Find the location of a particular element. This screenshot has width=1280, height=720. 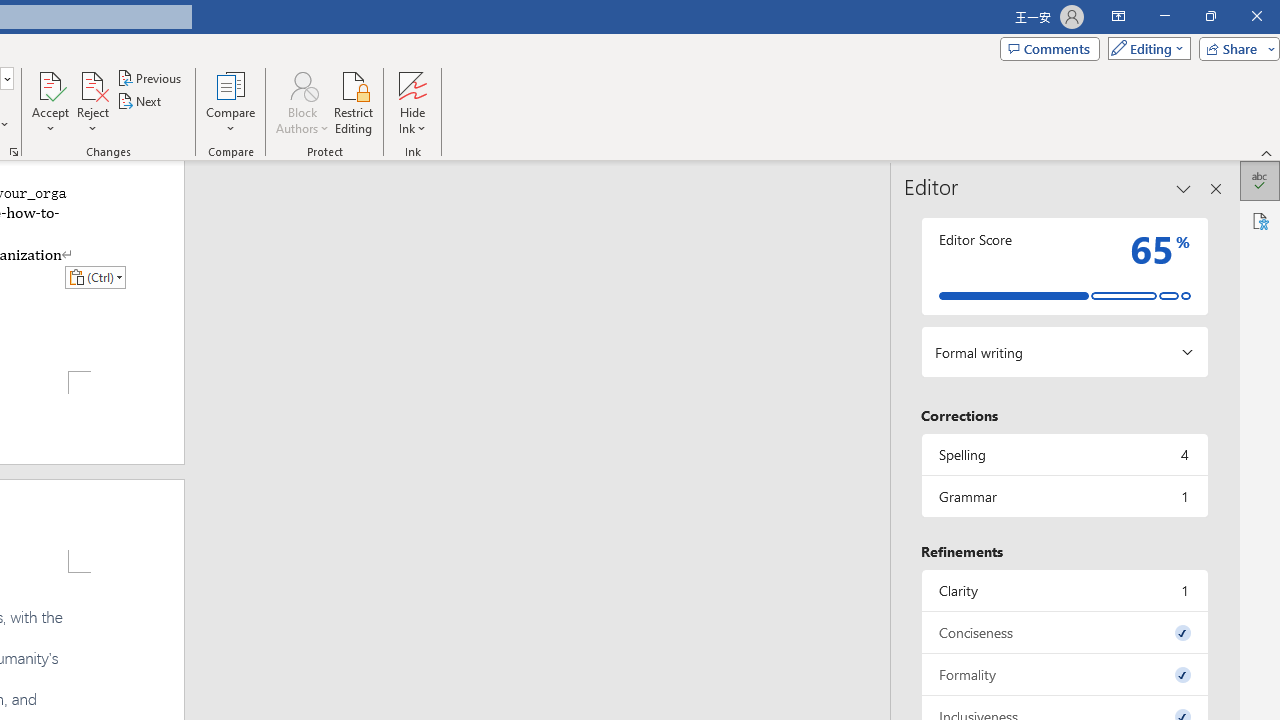

'Reject' is located at coordinates (91, 103).